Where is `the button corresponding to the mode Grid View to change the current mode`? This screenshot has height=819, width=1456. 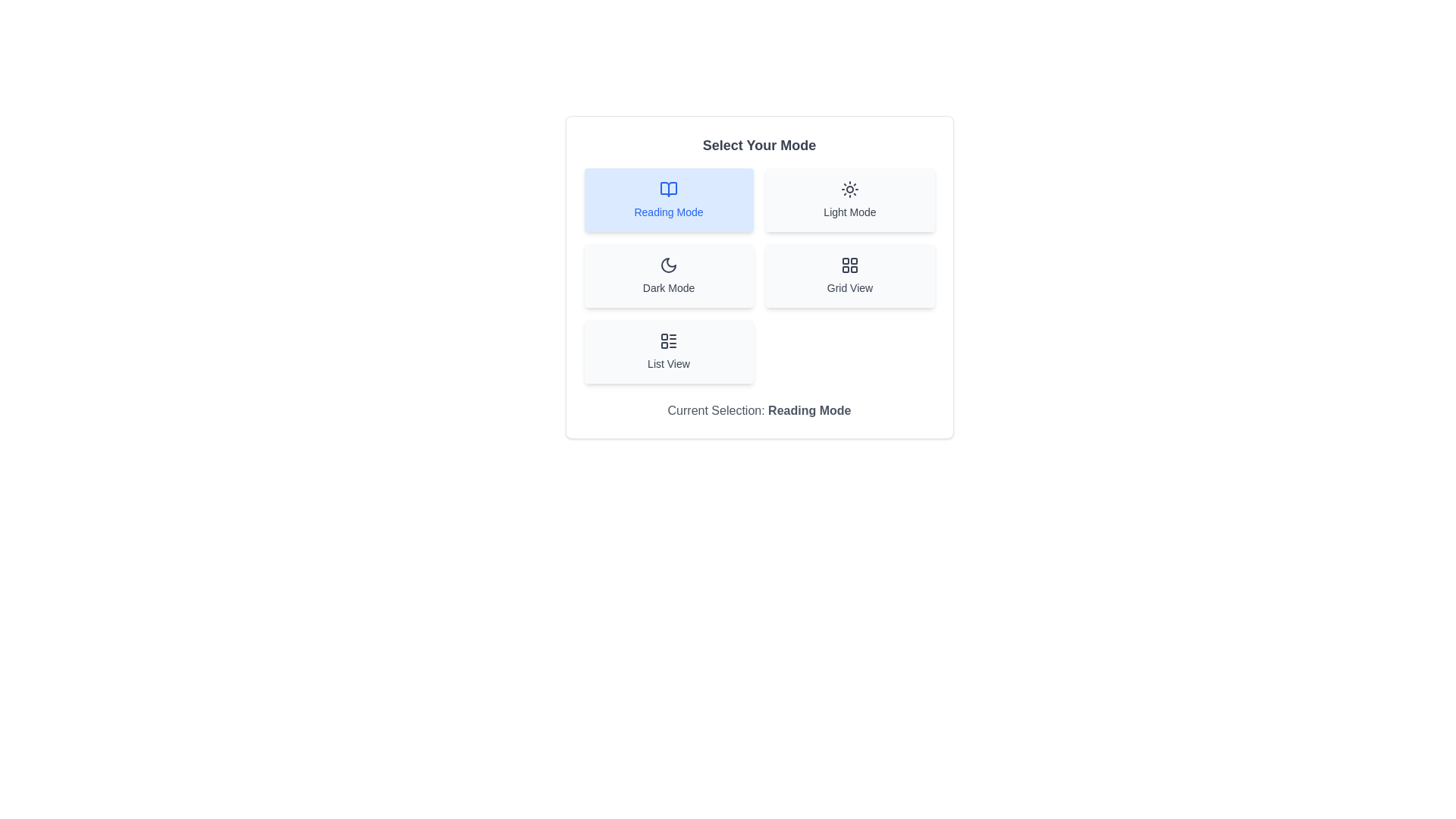 the button corresponding to the mode Grid View to change the current mode is located at coordinates (850, 275).